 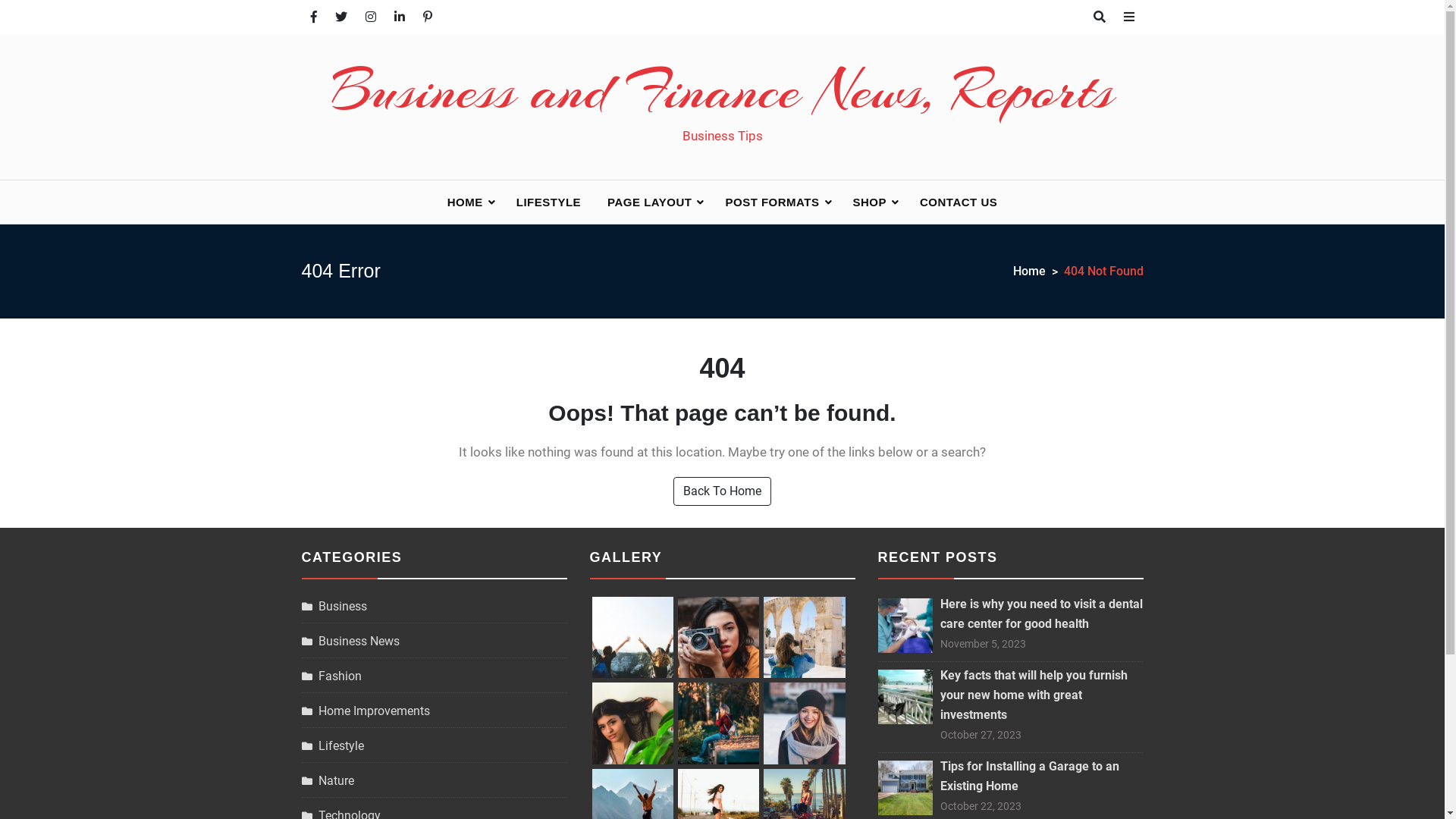 What do you see at coordinates (350, 641) in the screenshot?
I see `'Business News'` at bounding box center [350, 641].